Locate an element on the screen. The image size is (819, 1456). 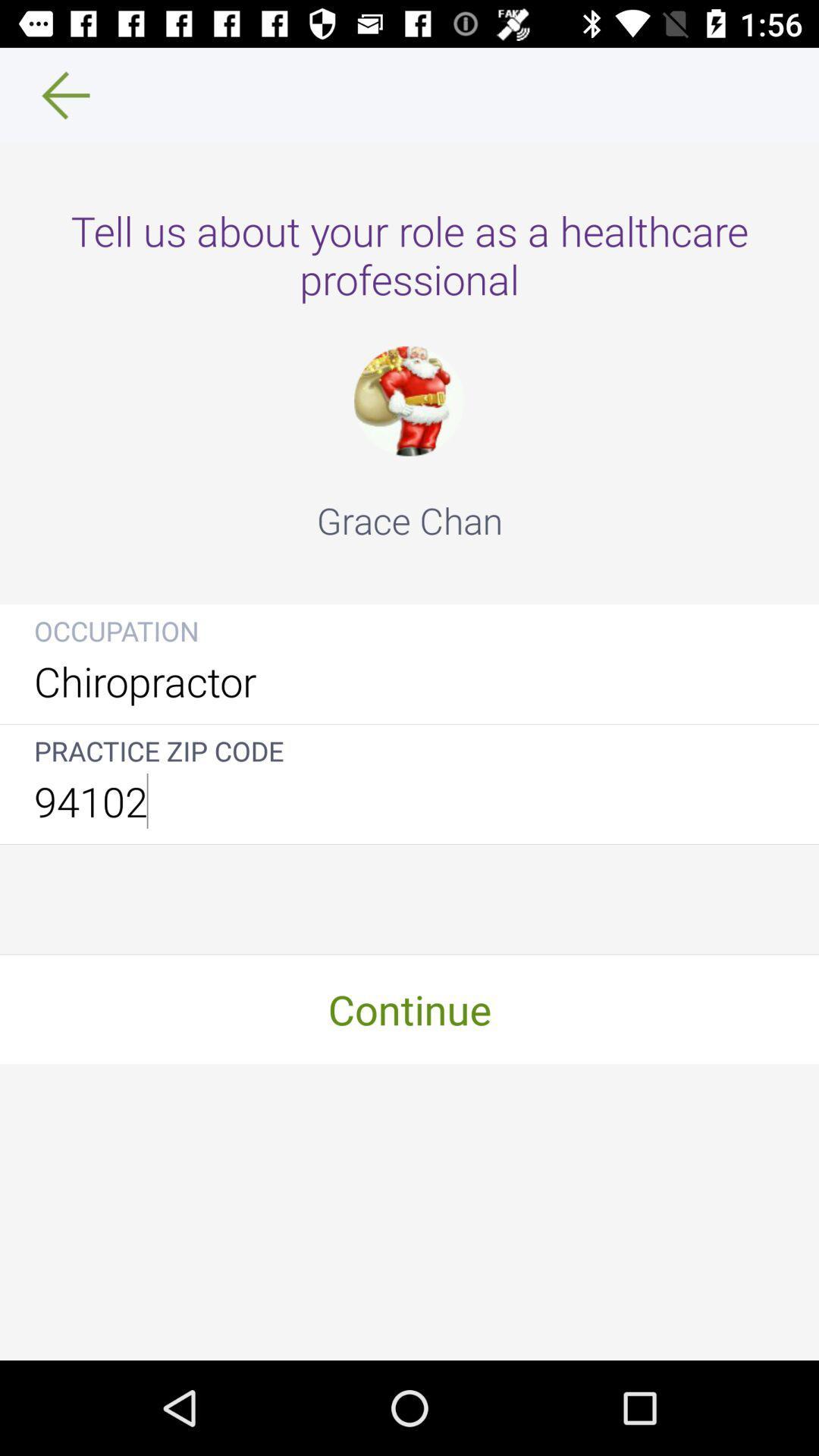
the icon above the grace chan item is located at coordinates (408, 401).